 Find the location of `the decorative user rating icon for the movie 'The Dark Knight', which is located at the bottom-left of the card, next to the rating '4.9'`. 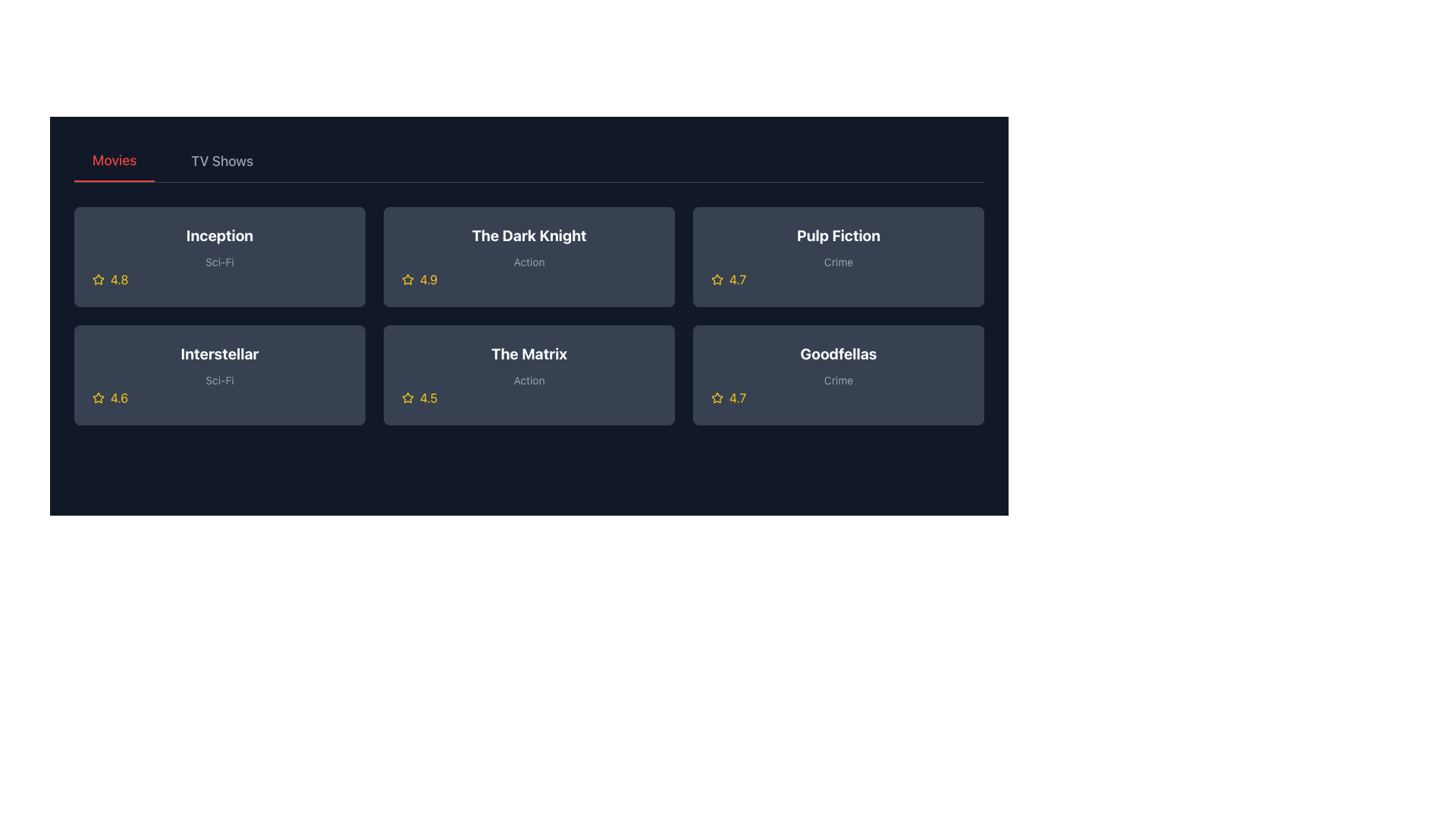

the decorative user rating icon for the movie 'The Dark Knight', which is located at the bottom-left of the card, next to the rating '4.9' is located at coordinates (407, 279).